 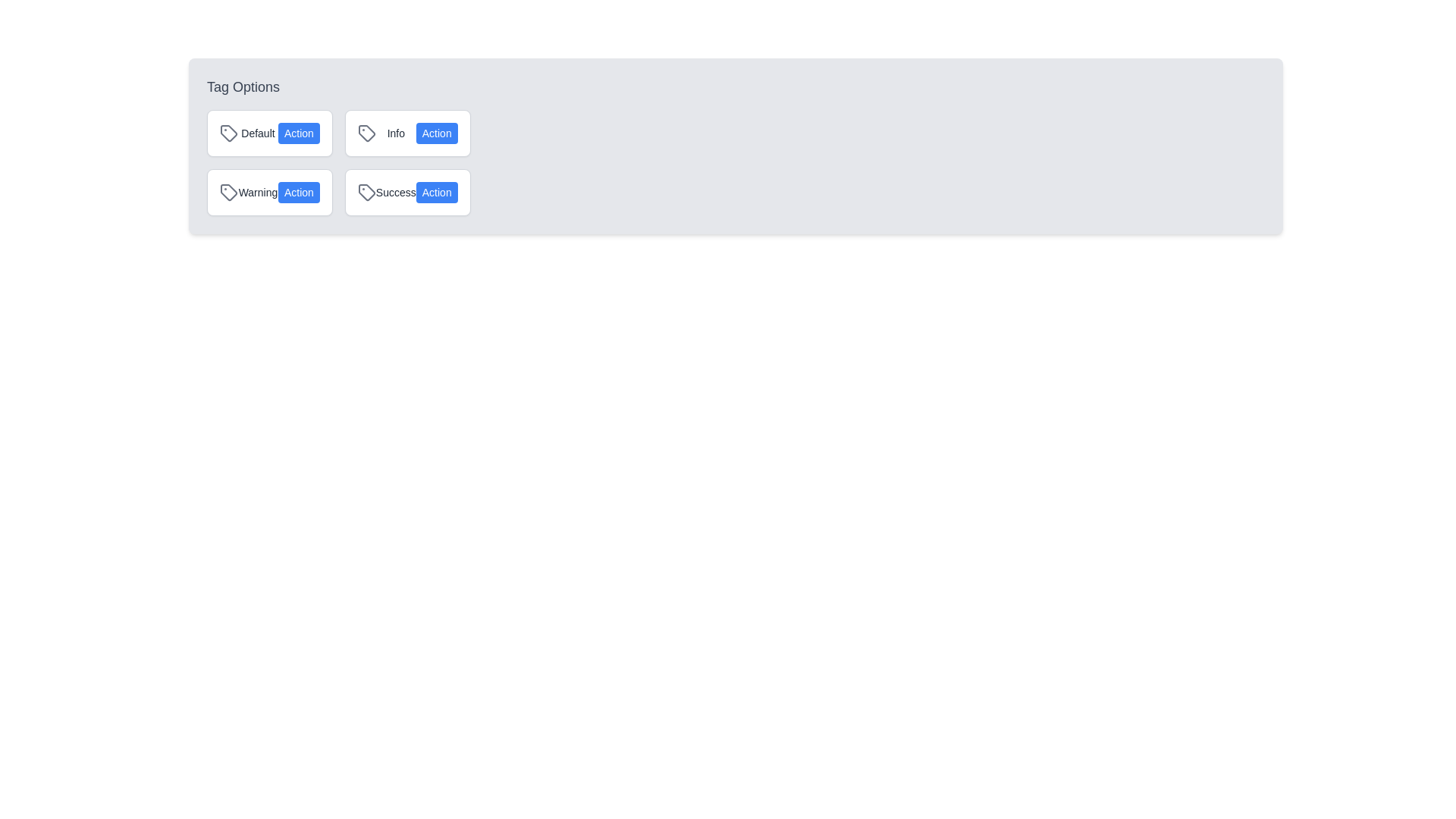 I want to click on gray tag icon located in the lower-left quadrant of the grid, positioned to the left of the 'Warning' label, as part of the 'Warning Action' group, so click(x=228, y=192).